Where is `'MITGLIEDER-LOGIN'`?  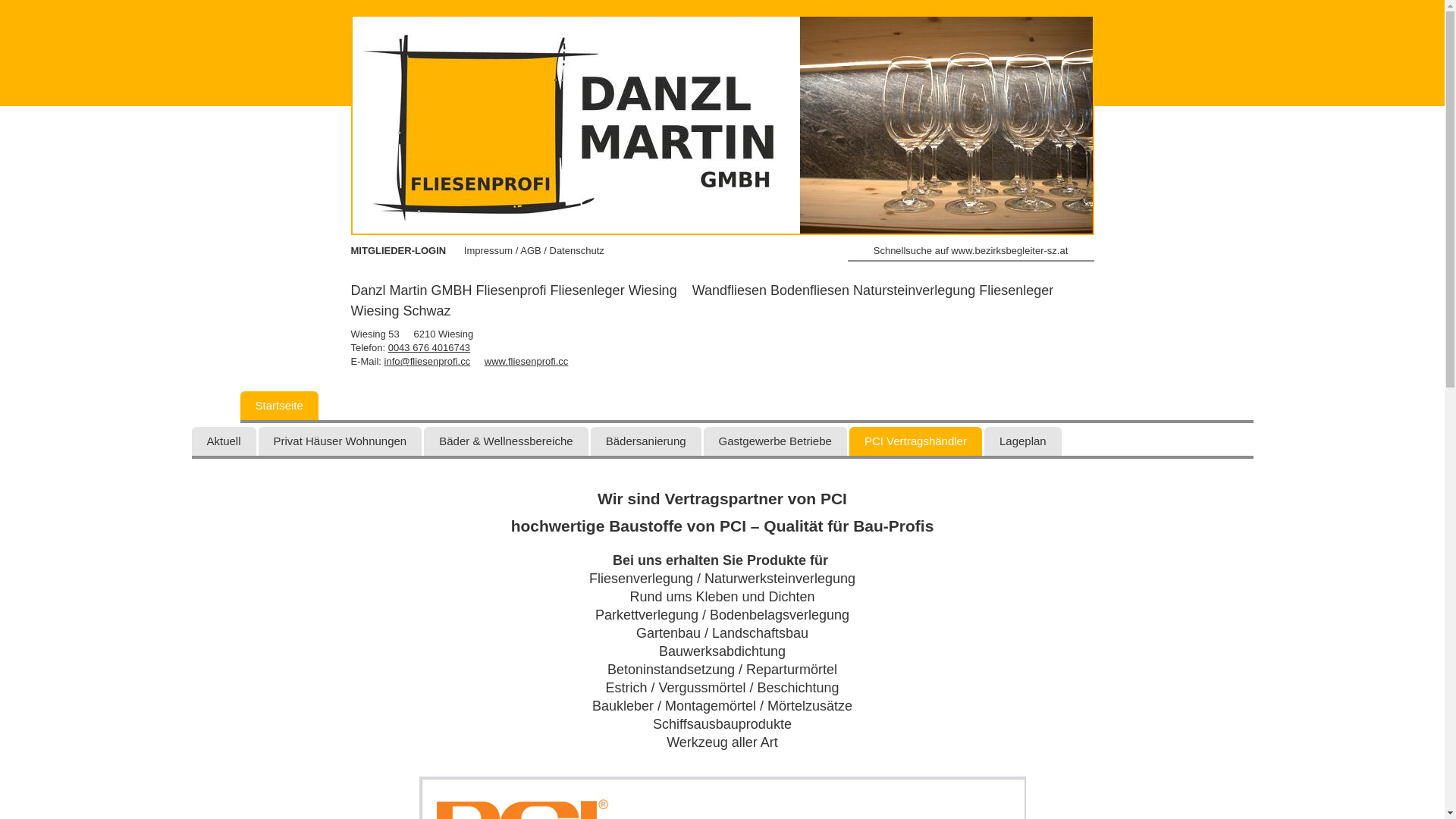 'MITGLIEDER-LOGIN' is located at coordinates (349, 249).